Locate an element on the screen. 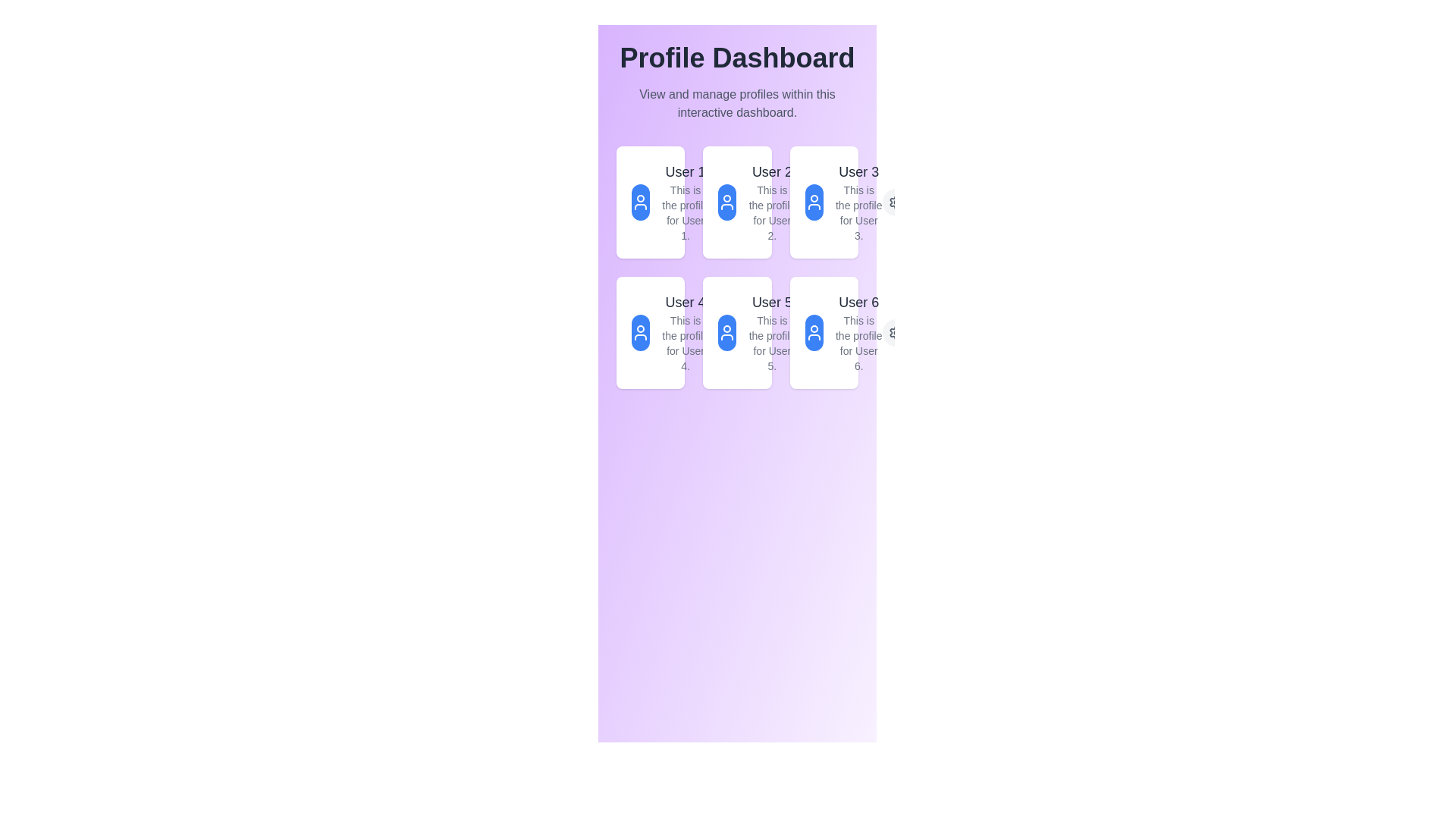 This screenshot has height=819, width=1456. the Text block element displaying 'User 3' and 'This is the profile for User 3.' in the top-right portion of the grid layout is located at coordinates (858, 201).